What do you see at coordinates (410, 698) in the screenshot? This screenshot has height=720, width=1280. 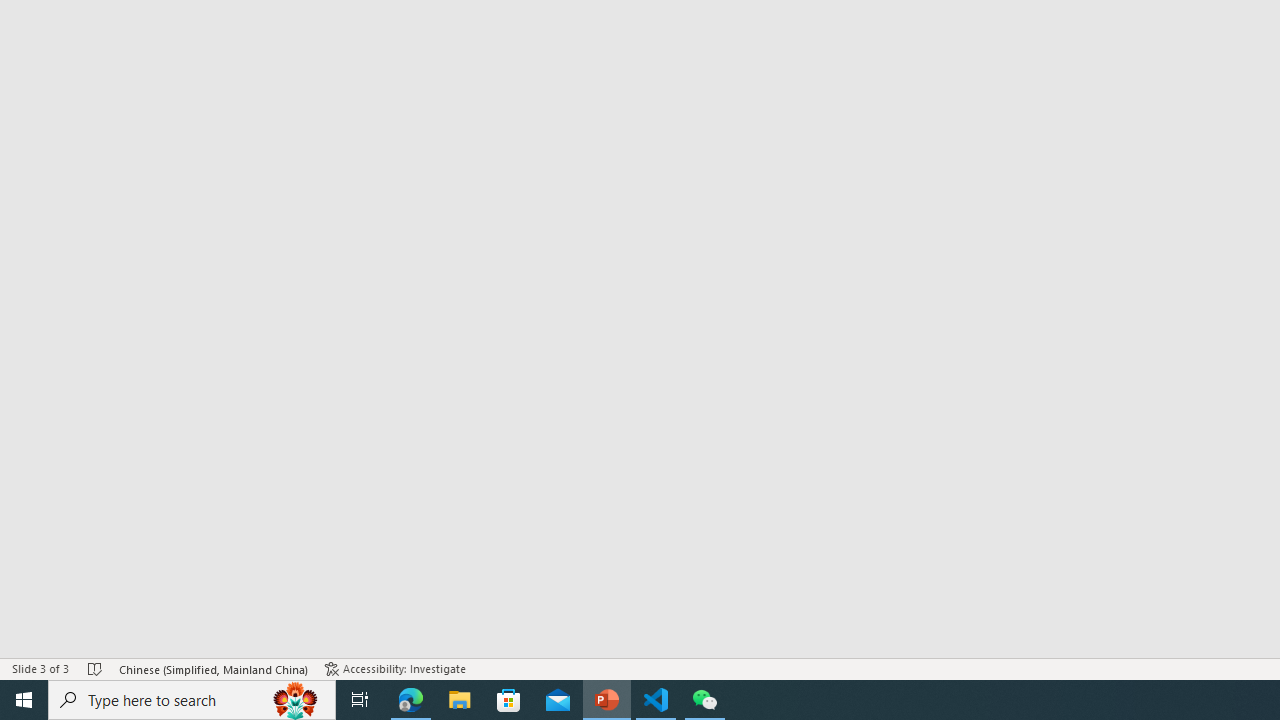 I see `'Microsoft Edge - 1 running window'` at bounding box center [410, 698].